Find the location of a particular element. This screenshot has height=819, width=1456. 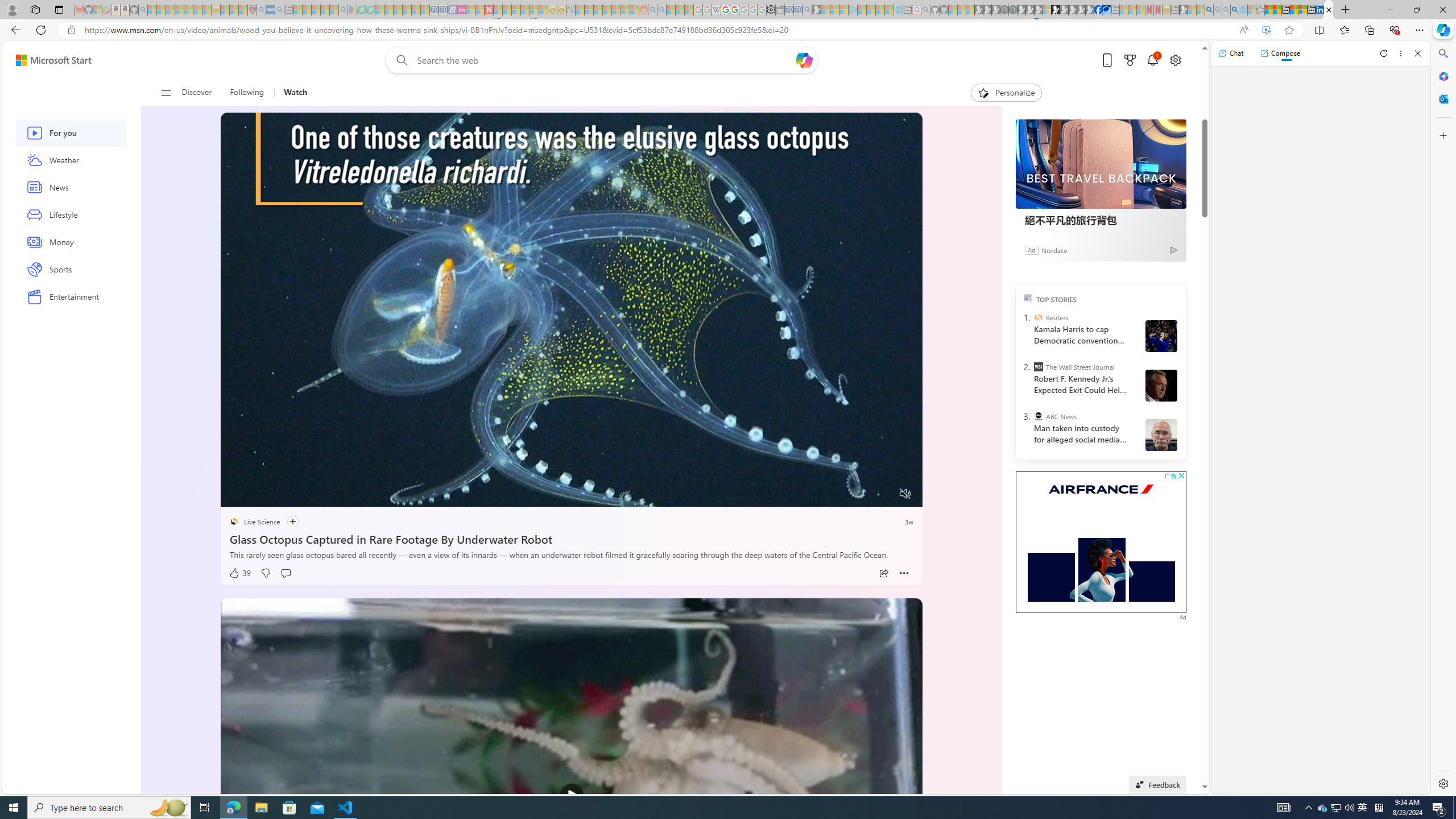

'ABC News' is located at coordinates (1038, 416).